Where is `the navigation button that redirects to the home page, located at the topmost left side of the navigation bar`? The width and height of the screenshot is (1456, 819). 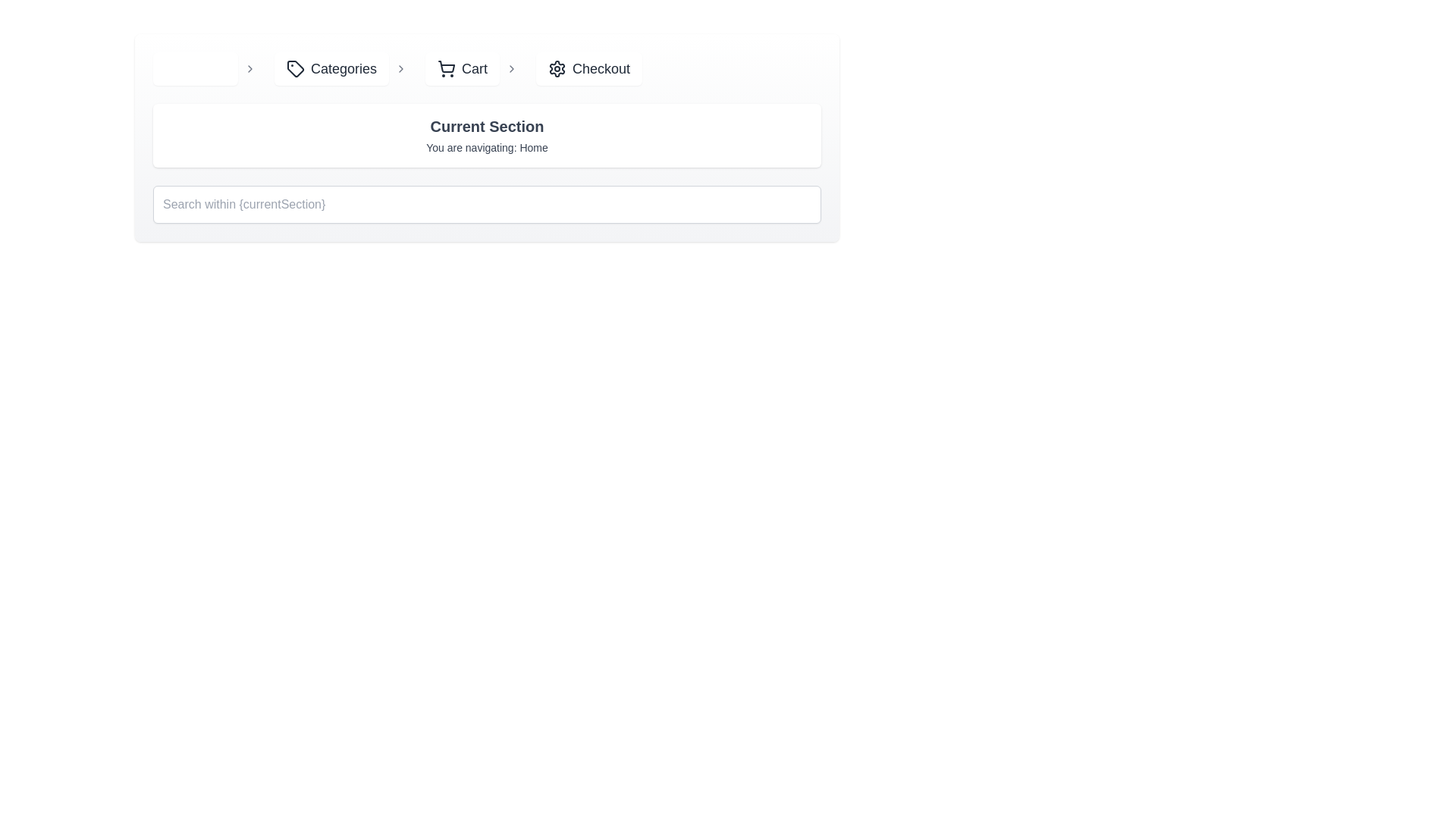
the navigation button that redirects to the home page, located at the topmost left side of the navigation bar is located at coordinates (206, 69).